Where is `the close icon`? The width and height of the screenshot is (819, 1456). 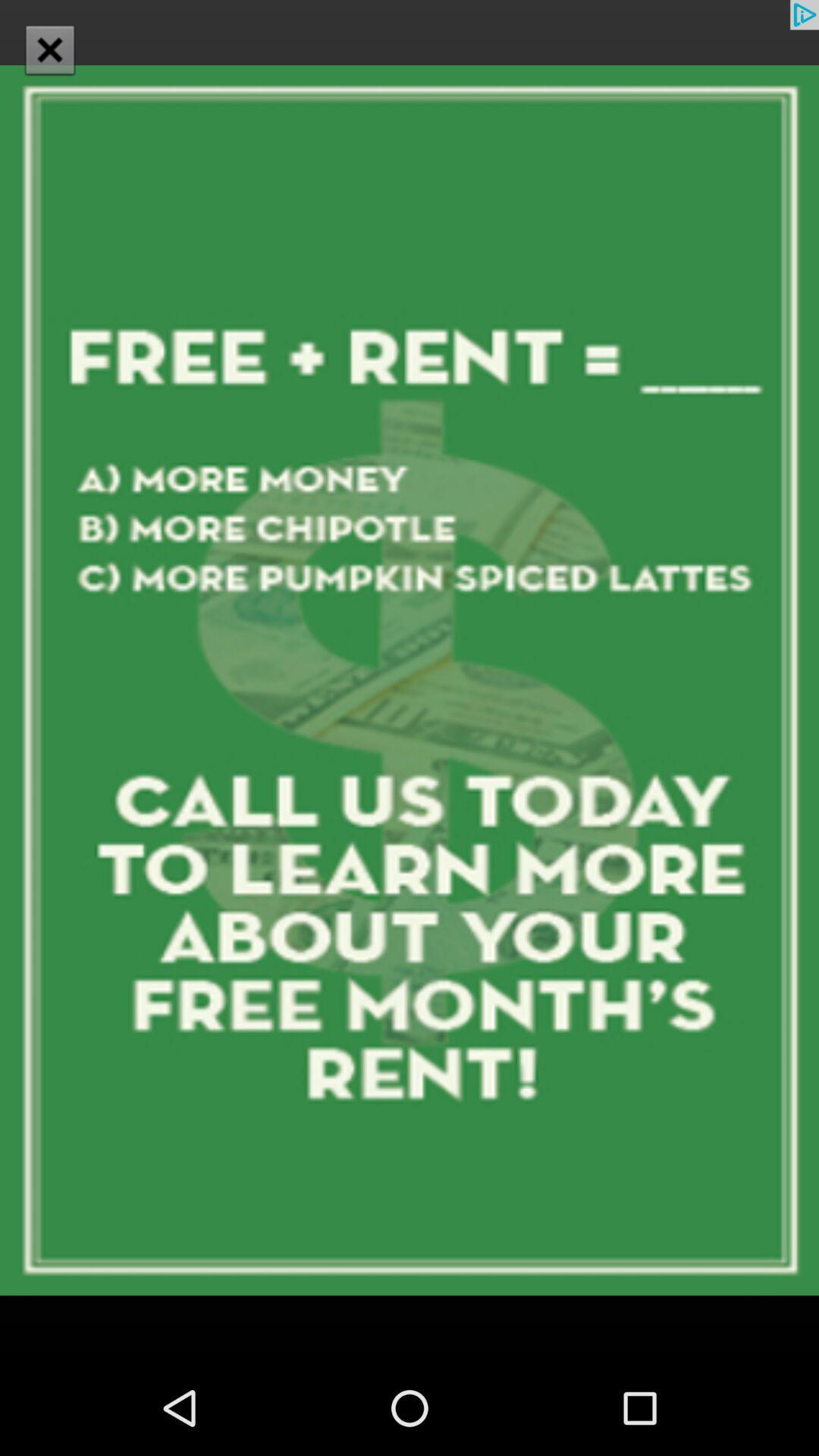 the close icon is located at coordinates (49, 53).